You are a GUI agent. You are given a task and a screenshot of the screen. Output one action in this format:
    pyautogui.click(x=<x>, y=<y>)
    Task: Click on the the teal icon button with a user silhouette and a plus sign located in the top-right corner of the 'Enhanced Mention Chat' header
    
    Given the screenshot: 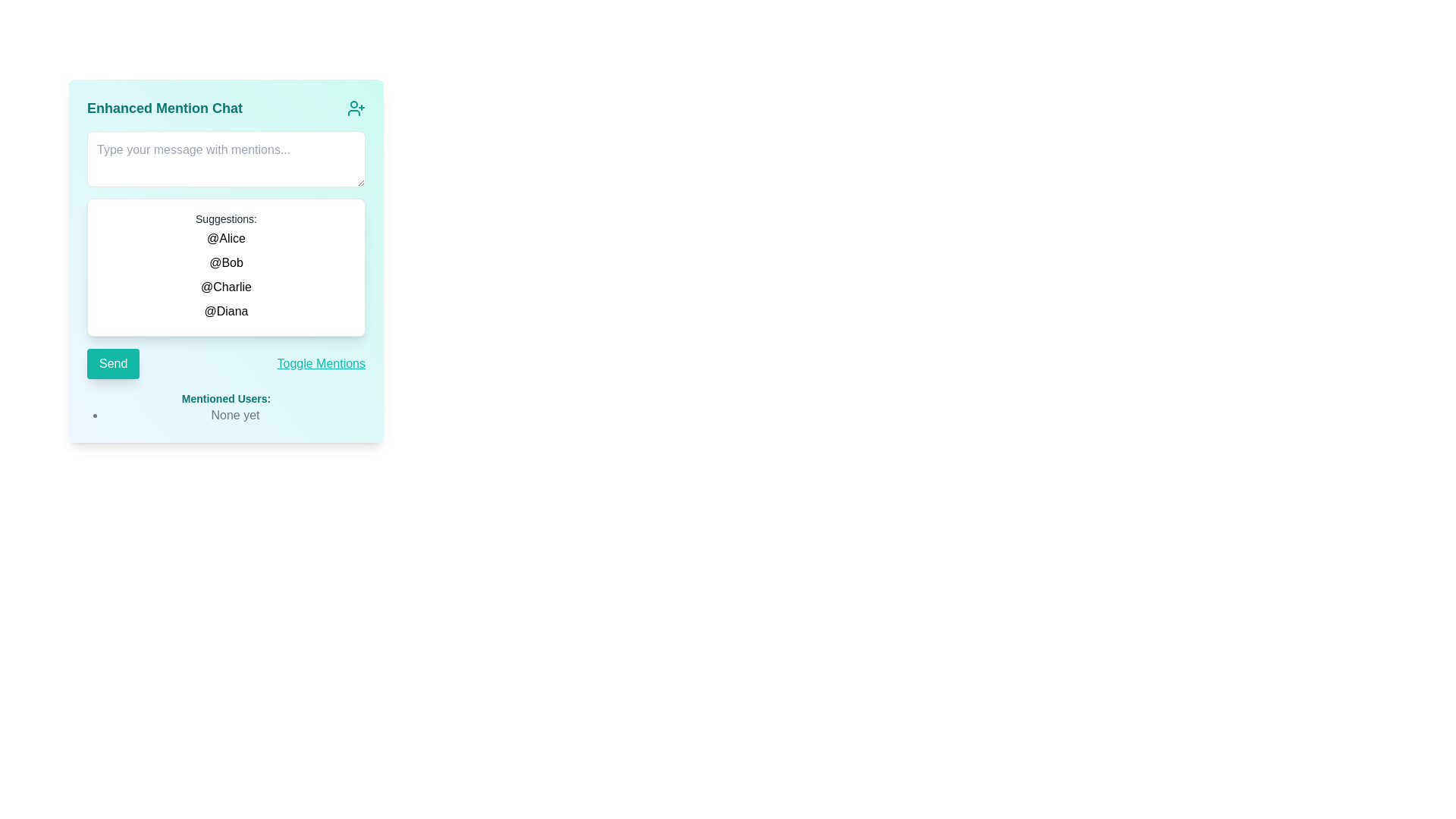 What is the action you would take?
    pyautogui.click(x=356, y=107)
    